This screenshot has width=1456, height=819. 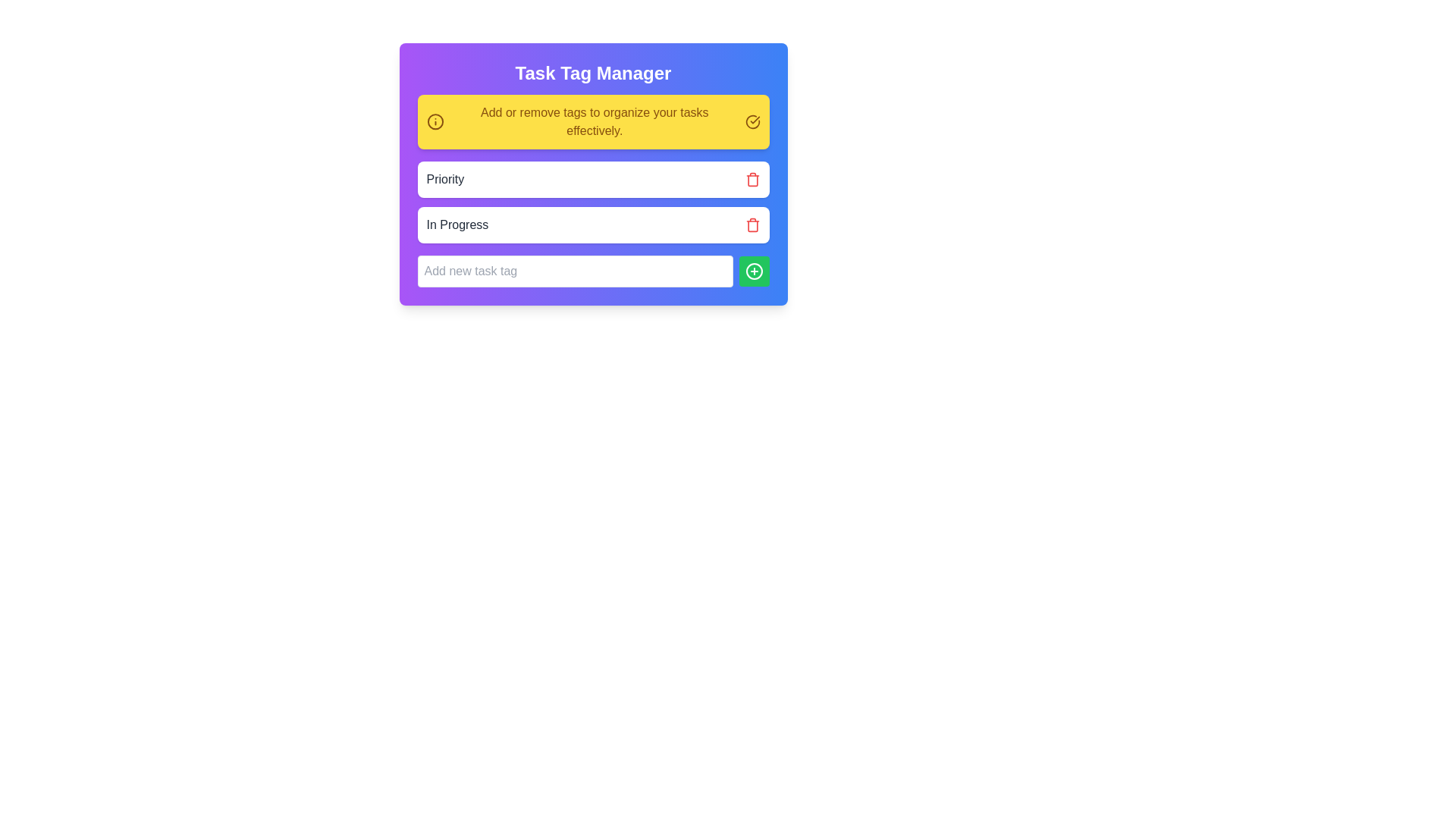 I want to click on the circular checkmark icon located at the top-right corner of the yellow notification area, so click(x=752, y=121).